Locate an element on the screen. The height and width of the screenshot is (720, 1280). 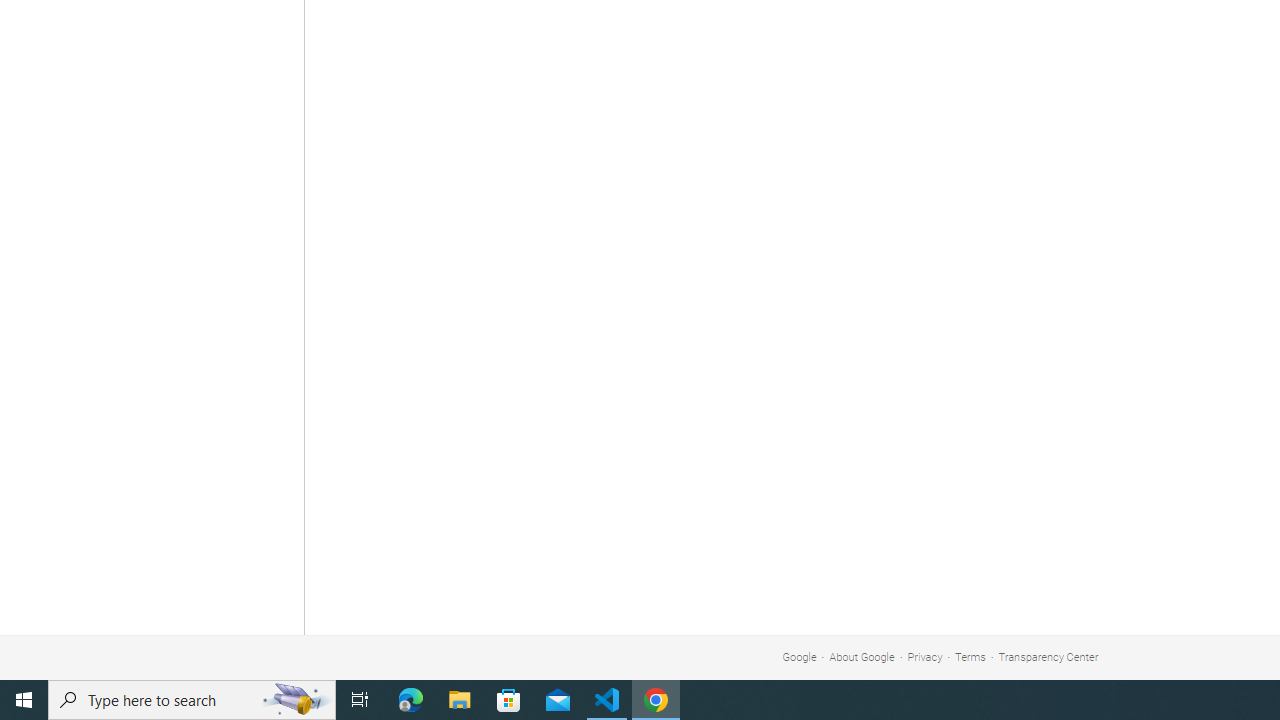
'Google' is located at coordinates (798, 657).